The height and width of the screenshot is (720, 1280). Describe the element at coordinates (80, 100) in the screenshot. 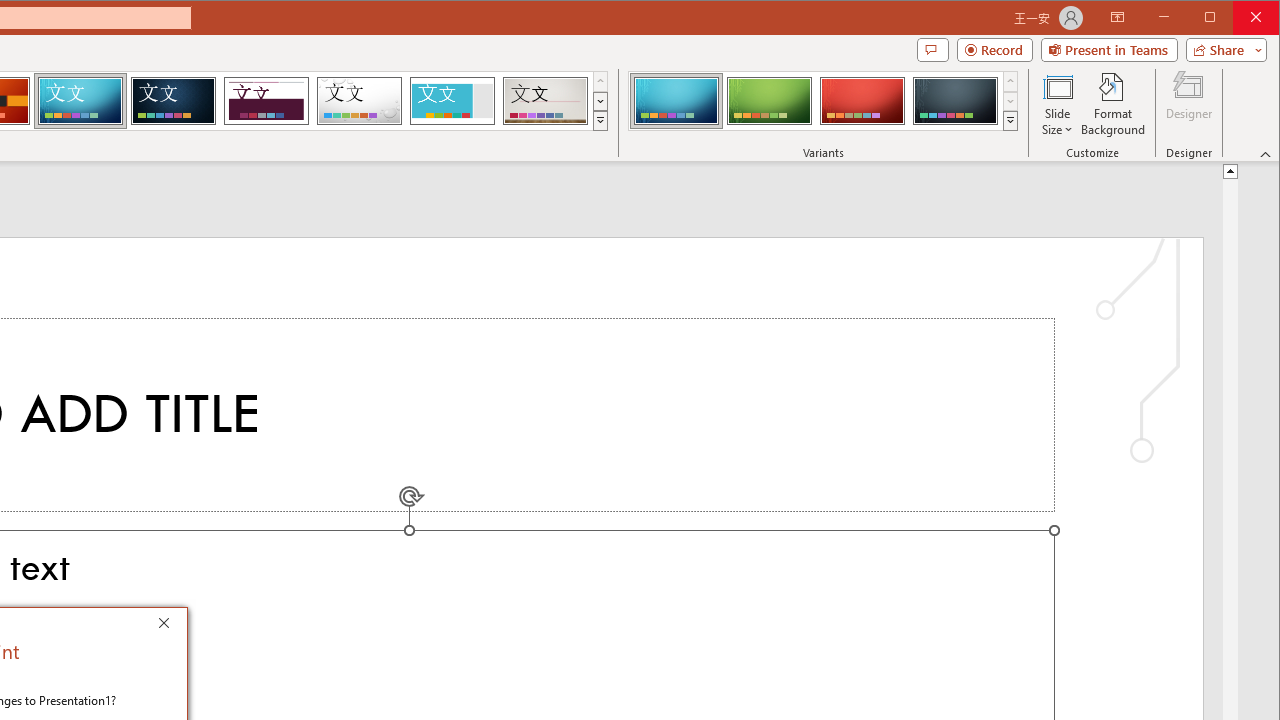

I see `'Circuit'` at that location.